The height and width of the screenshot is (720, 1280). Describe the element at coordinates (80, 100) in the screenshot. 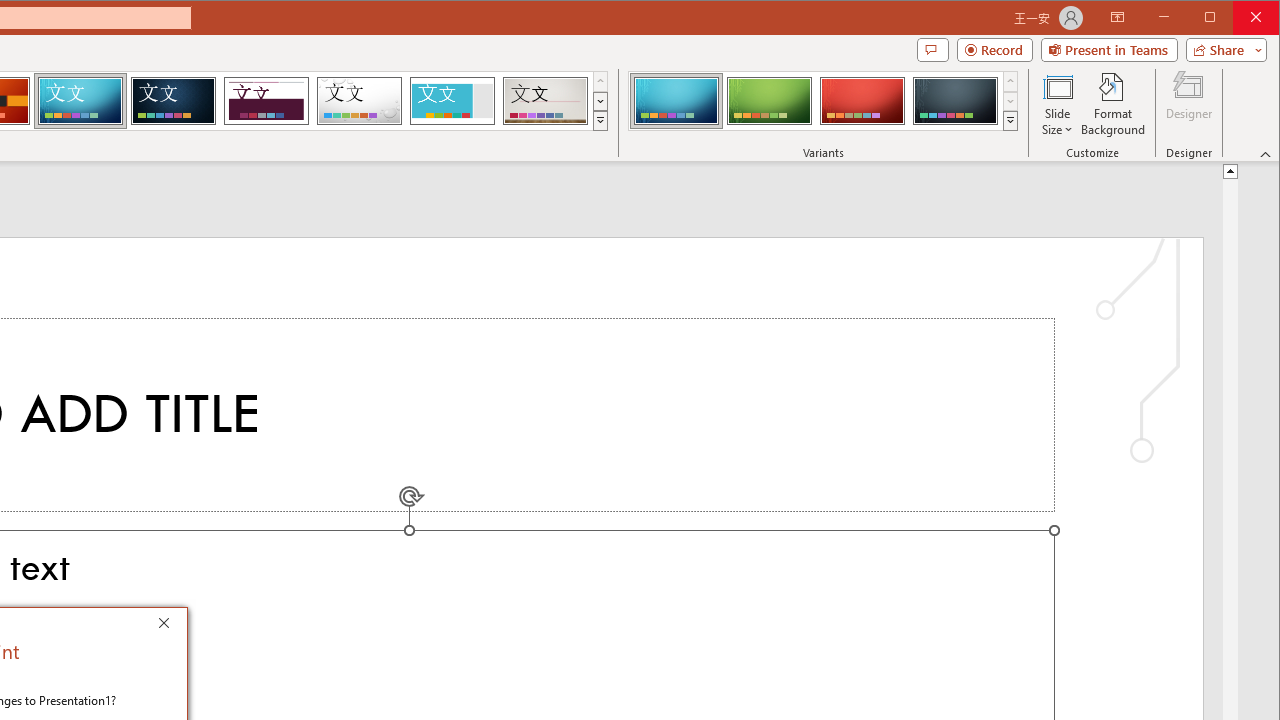

I see `'Circuit'` at that location.